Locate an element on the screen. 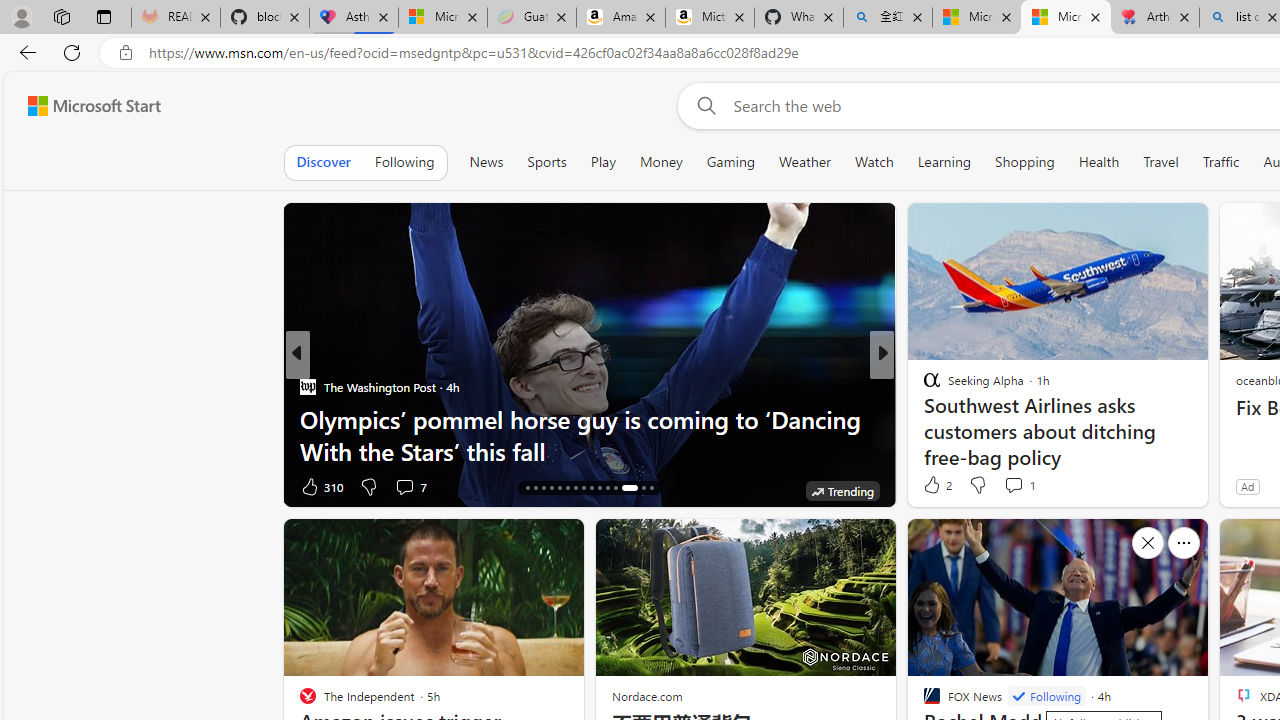 The width and height of the screenshot is (1280, 720). 'AutomationID: tab-24' is located at coordinates (591, 488).